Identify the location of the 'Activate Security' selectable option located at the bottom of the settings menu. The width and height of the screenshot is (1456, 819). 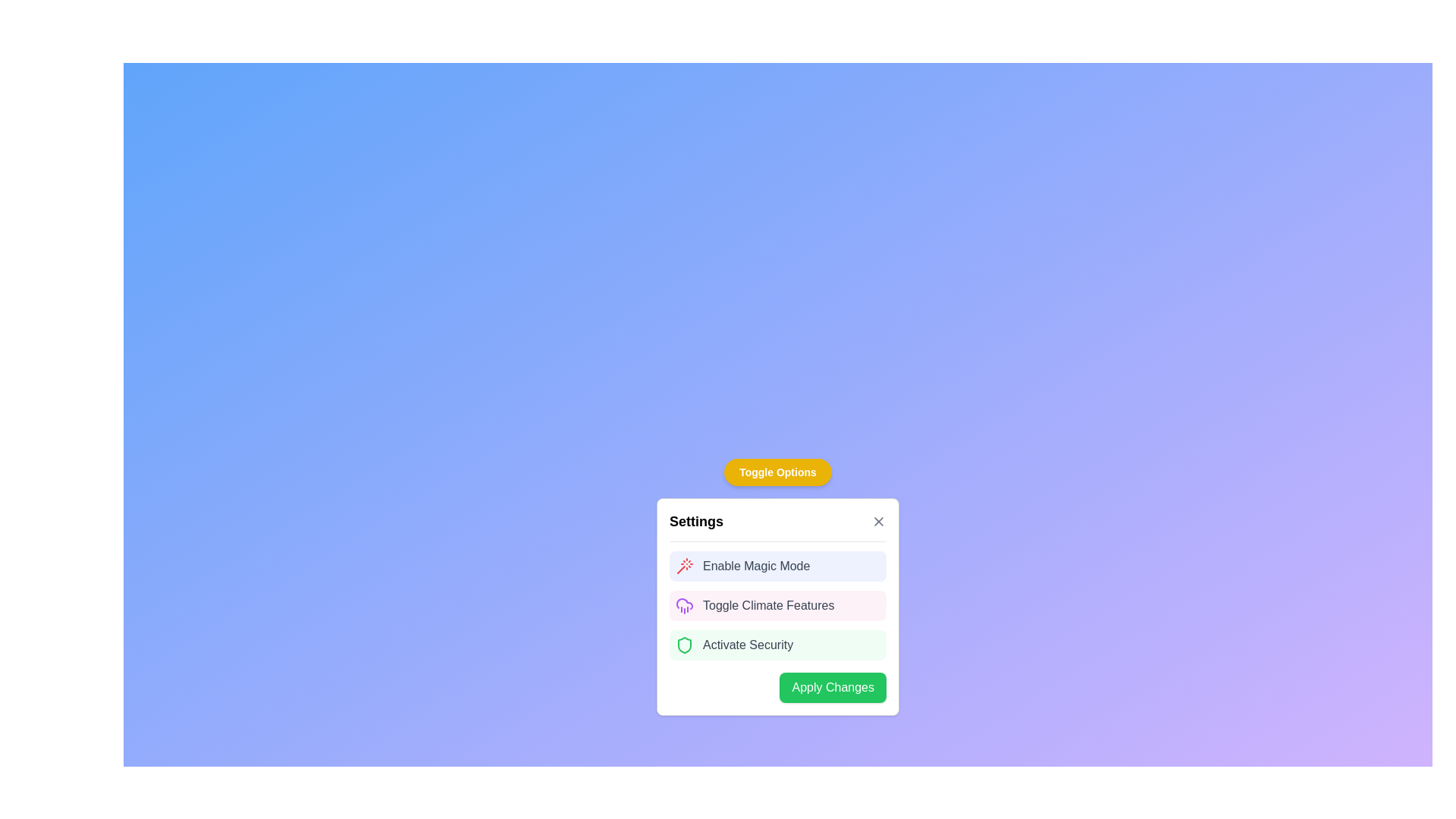
(778, 645).